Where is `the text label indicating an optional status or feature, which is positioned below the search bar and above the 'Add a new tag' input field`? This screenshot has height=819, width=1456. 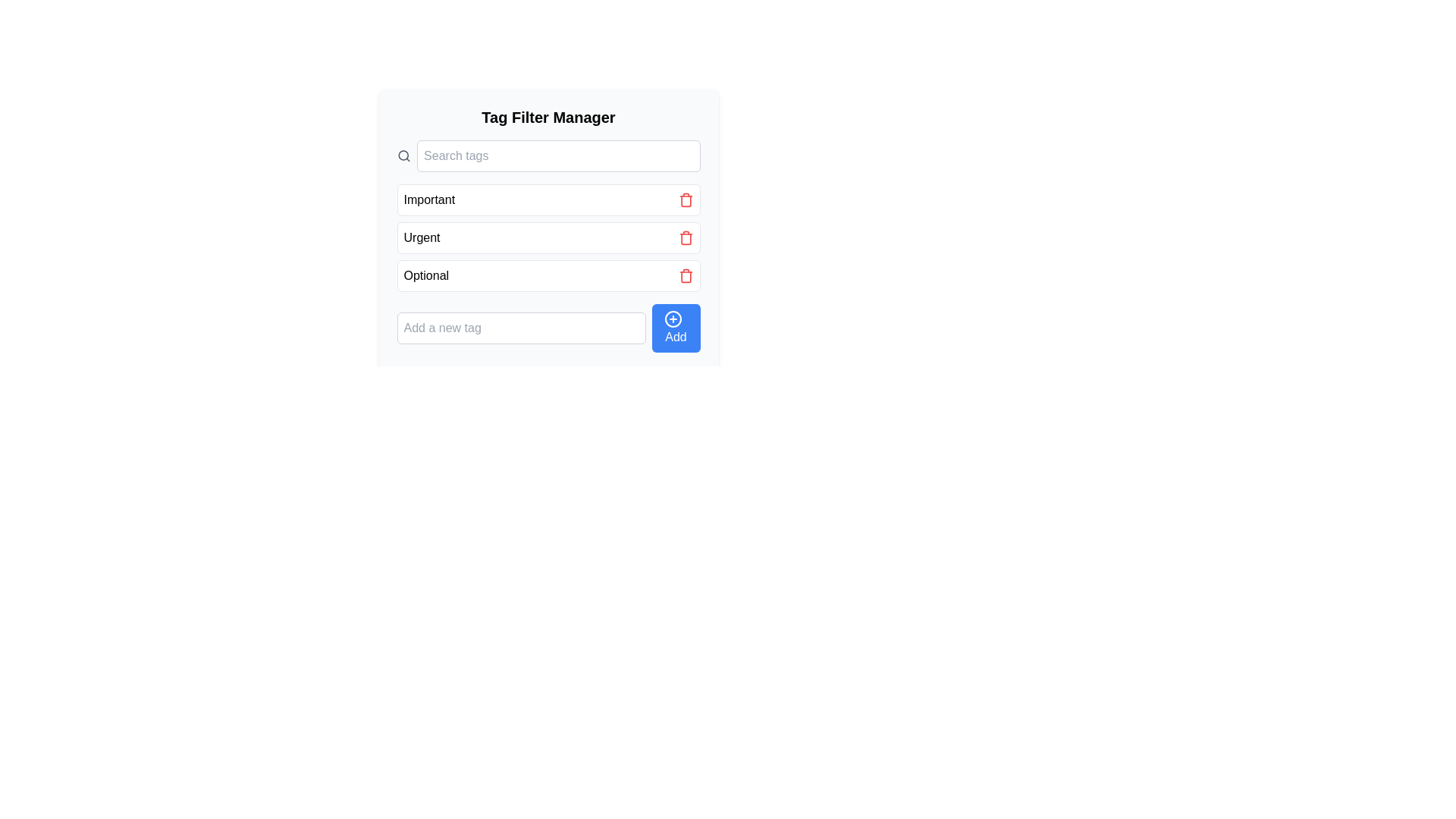 the text label indicating an optional status or feature, which is positioned below the search bar and above the 'Add a new tag' input field is located at coordinates (425, 275).